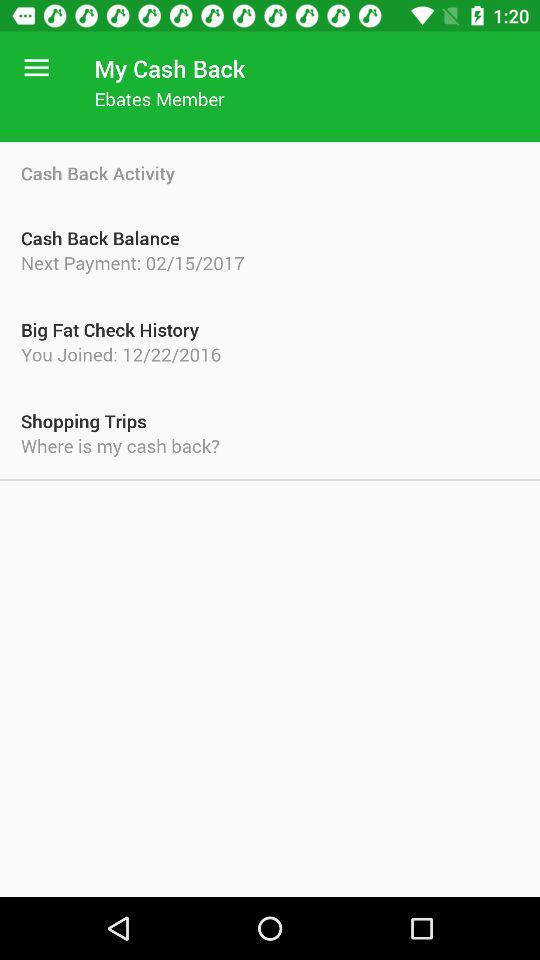  What do you see at coordinates (36, 68) in the screenshot?
I see `the icon to the left of my cash back item` at bounding box center [36, 68].